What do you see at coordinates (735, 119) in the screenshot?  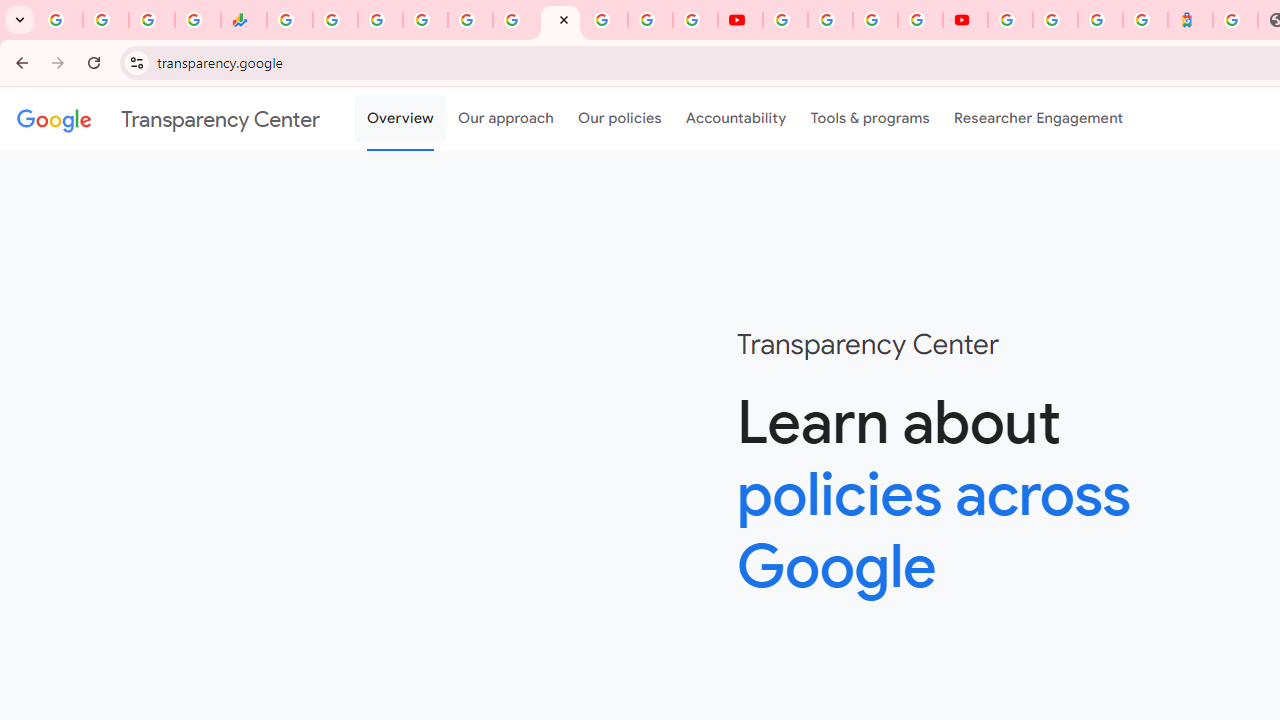 I see `'Accountability'` at bounding box center [735, 119].